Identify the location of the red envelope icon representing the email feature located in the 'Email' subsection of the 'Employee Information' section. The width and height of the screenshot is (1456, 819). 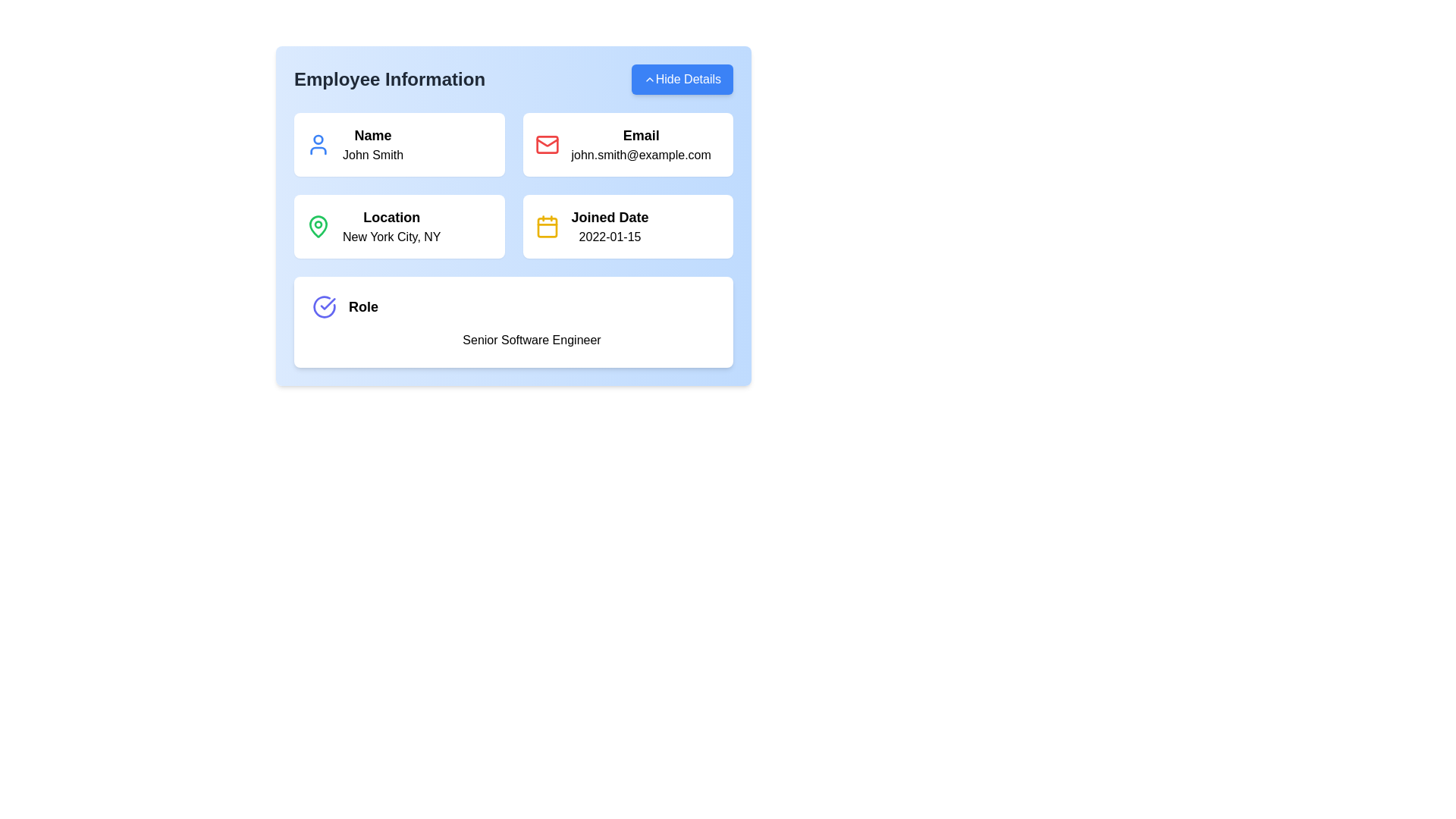
(546, 145).